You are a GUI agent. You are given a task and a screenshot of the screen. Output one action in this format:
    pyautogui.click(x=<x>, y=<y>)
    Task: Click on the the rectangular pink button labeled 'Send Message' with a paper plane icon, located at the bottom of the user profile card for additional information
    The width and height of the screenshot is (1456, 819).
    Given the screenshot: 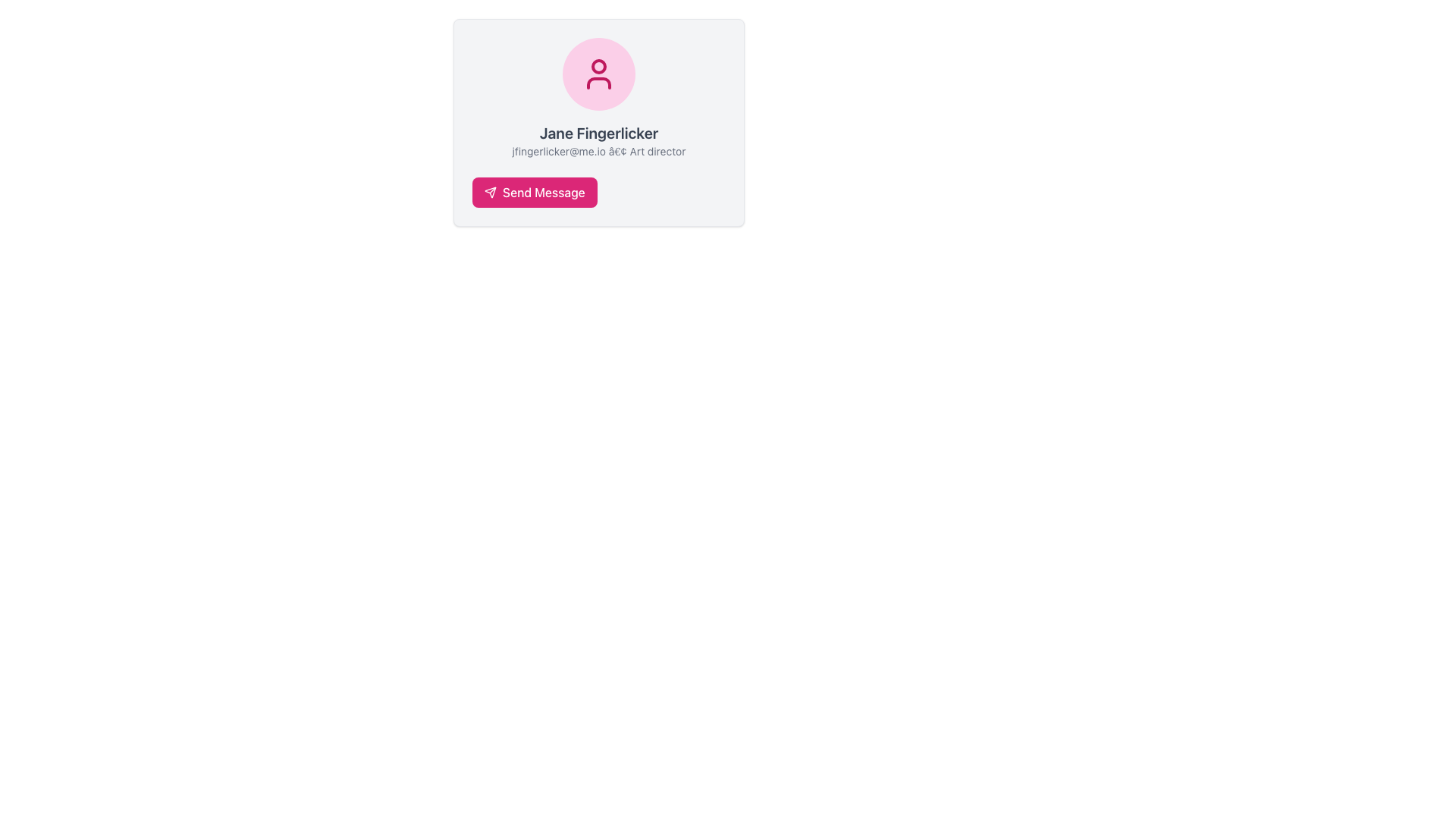 What is the action you would take?
    pyautogui.click(x=535, y=192)
    